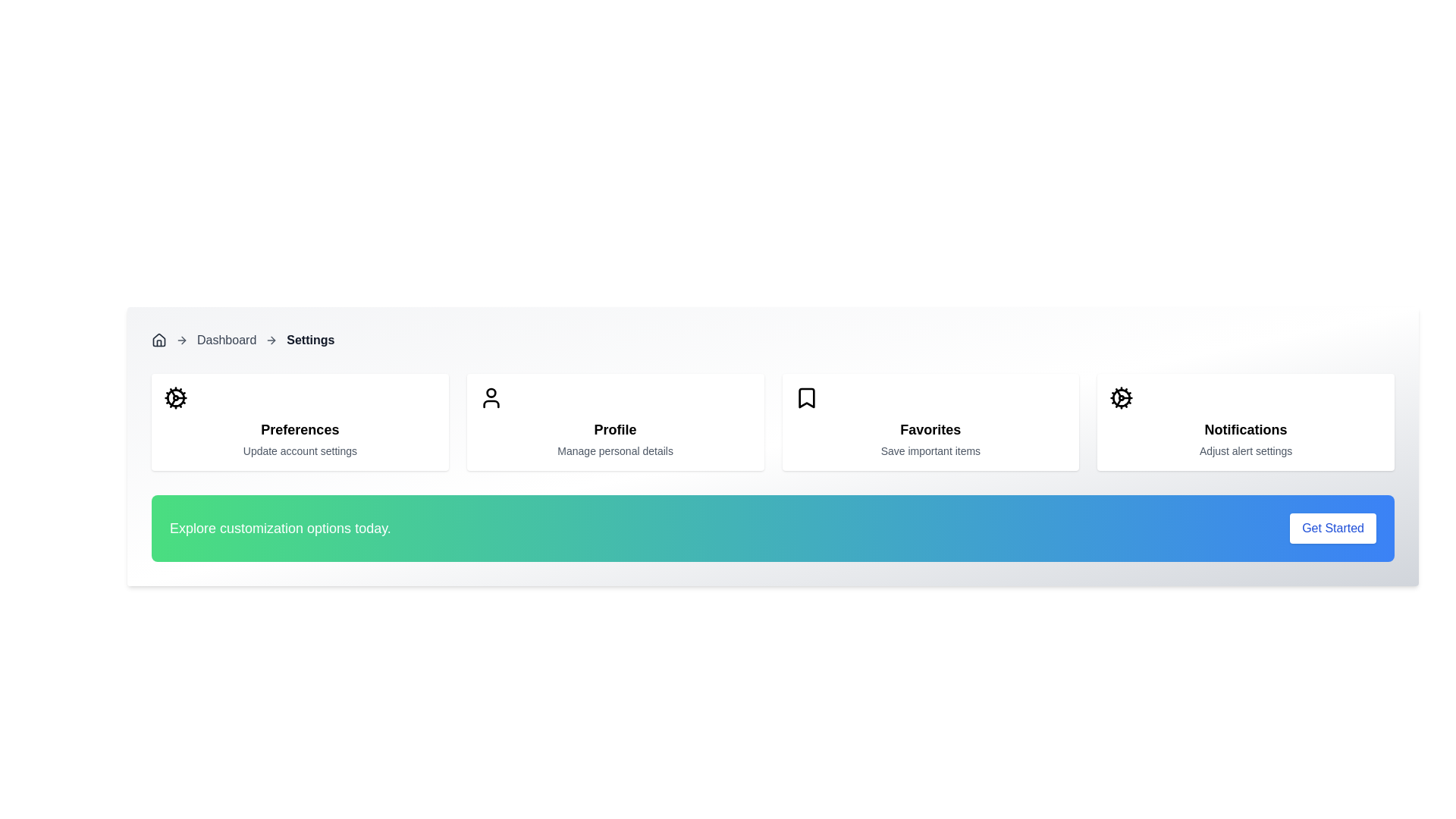 The width and height of the screenshot is (1456, 819). I want to click on the text label that reads 'Explore customization options today.' which is styled with a medium font weight and large font size, displayed in white color against a gradient background from green to blue, so click(280, 528).